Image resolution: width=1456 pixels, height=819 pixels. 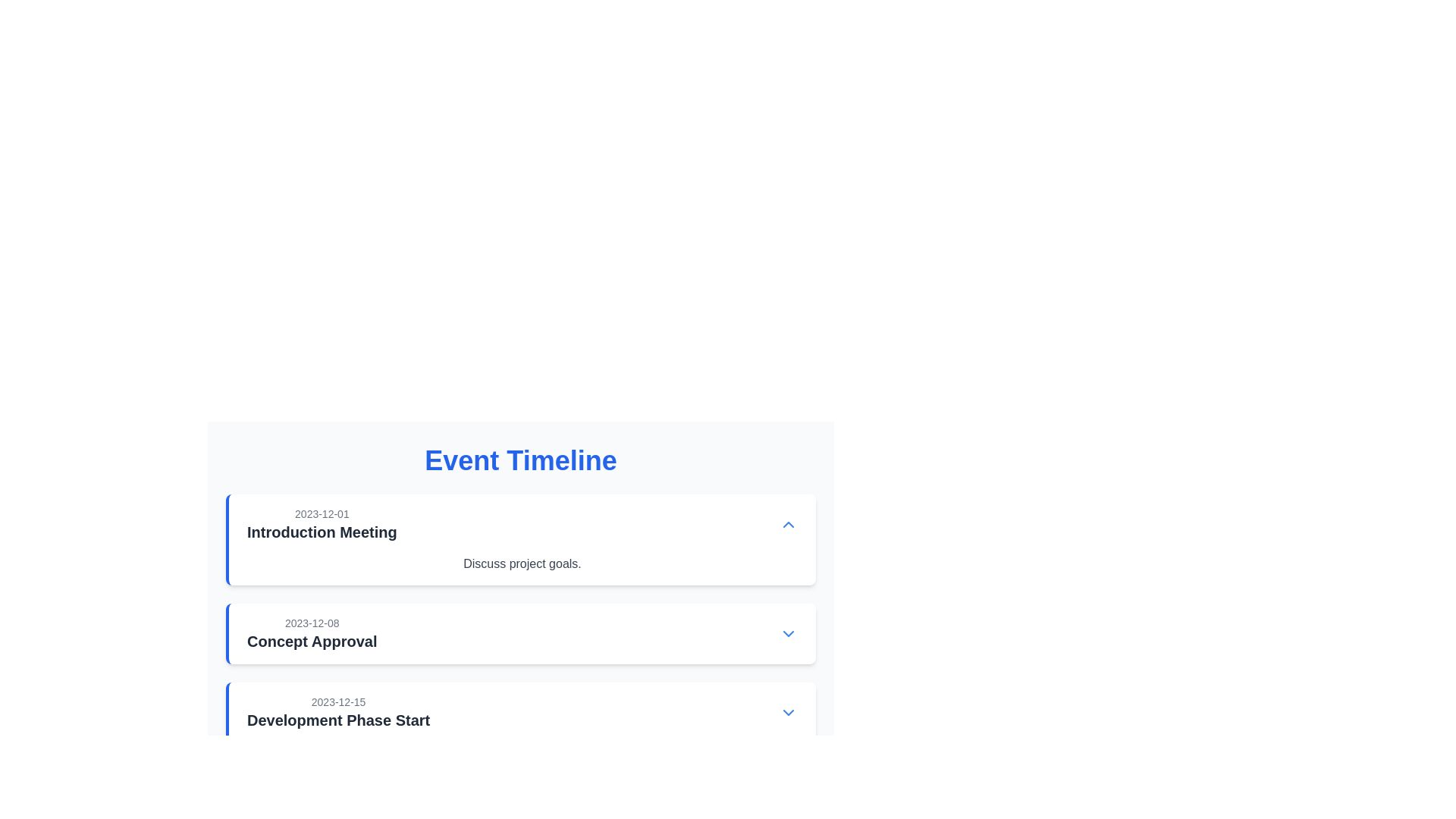 I want to click on the text label displaying 'Discuss project goals.' which is located below 'Introduction Meeting' and '2023-12-01', so click(x=522, y=564).